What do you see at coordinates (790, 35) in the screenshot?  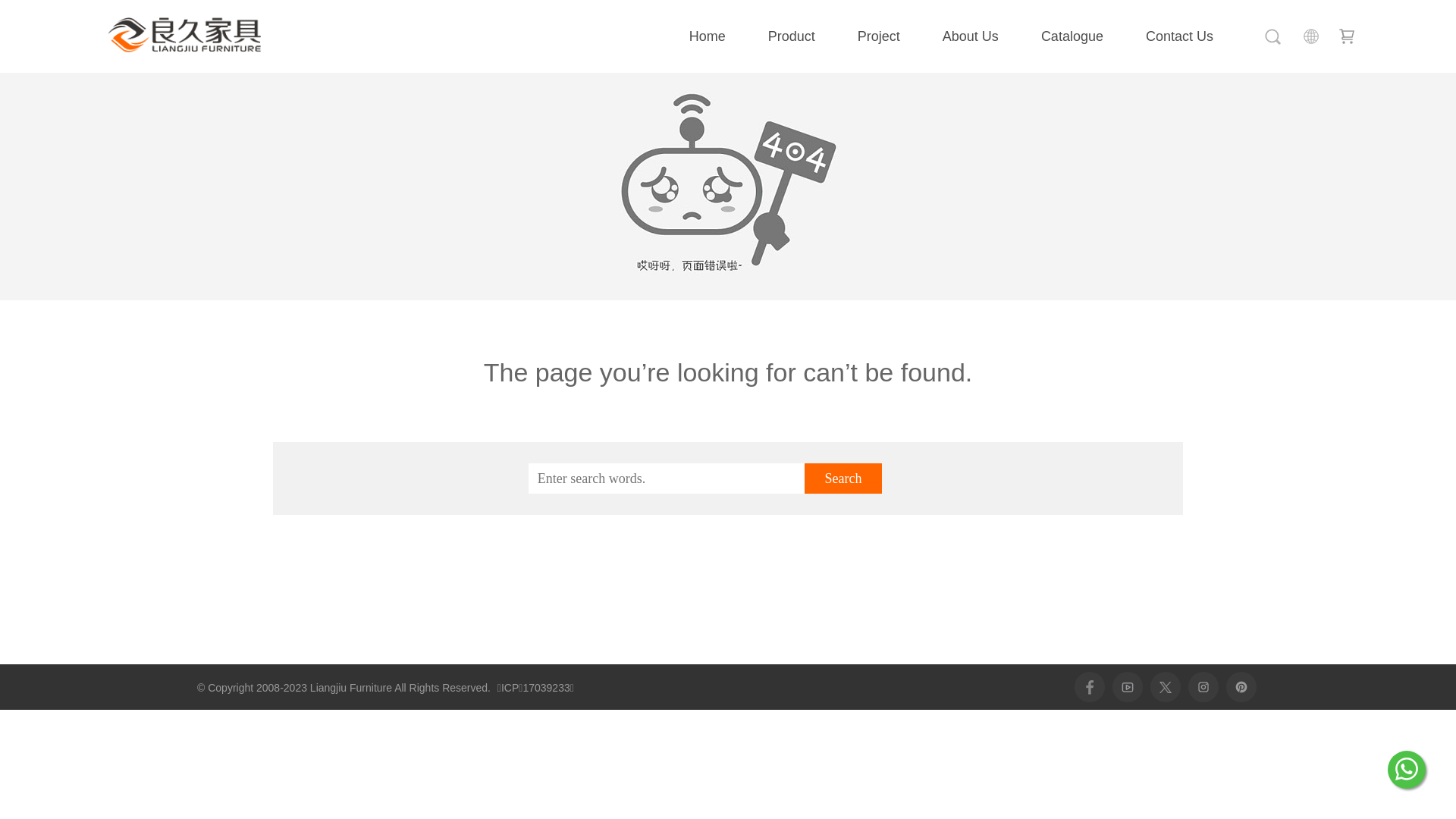 I see `'Product'` at bounding box center [790, 35].